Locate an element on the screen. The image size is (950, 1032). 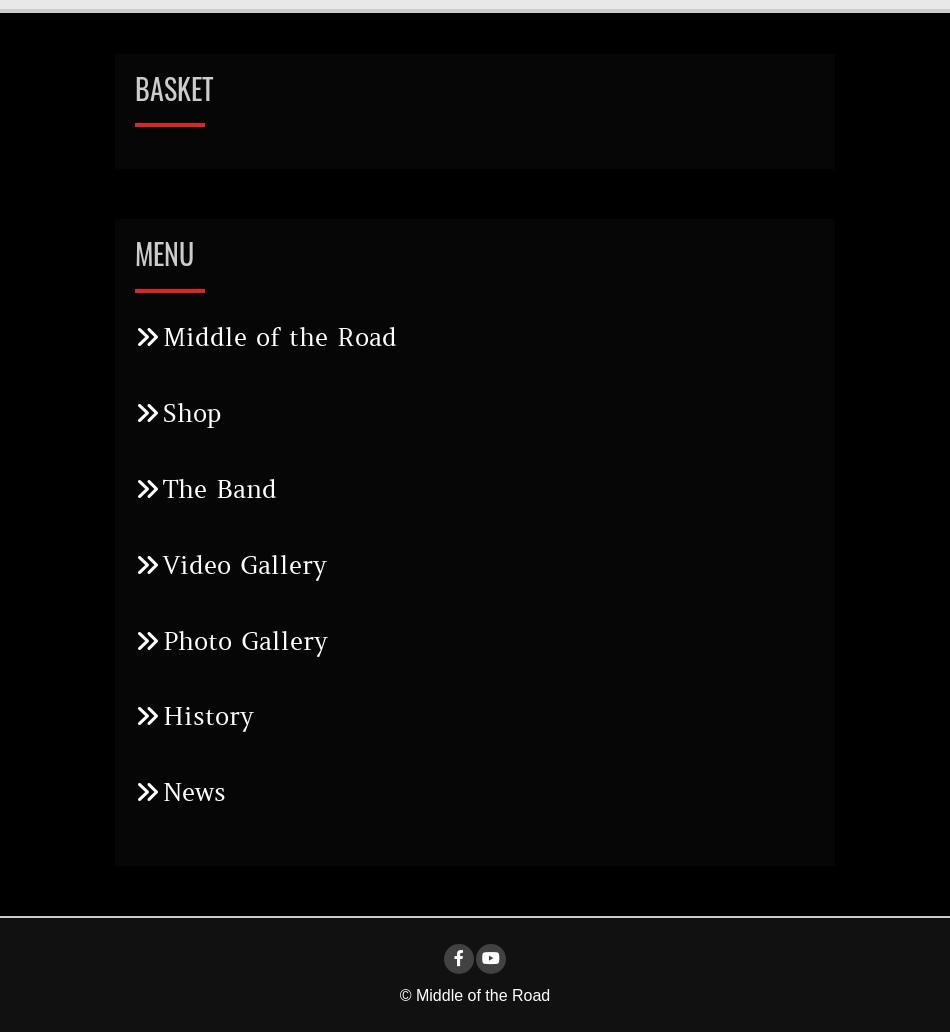
'The Band' is located at coordinates (220, 487).